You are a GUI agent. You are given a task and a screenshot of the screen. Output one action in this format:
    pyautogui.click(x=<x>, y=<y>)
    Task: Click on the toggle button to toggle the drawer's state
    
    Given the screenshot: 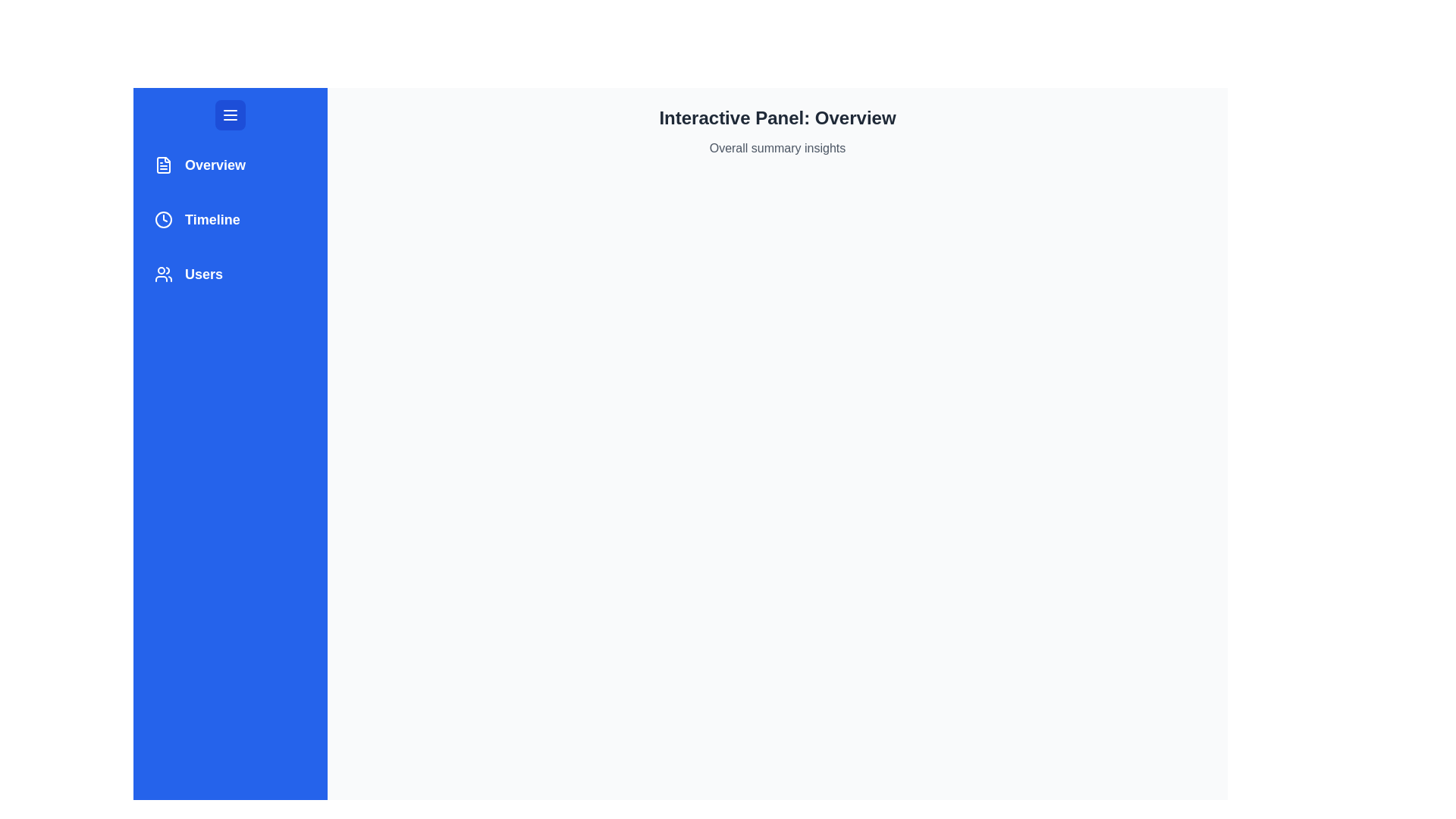 What is the action you would take?
    pyautogui.click(x=229, y=114)
    